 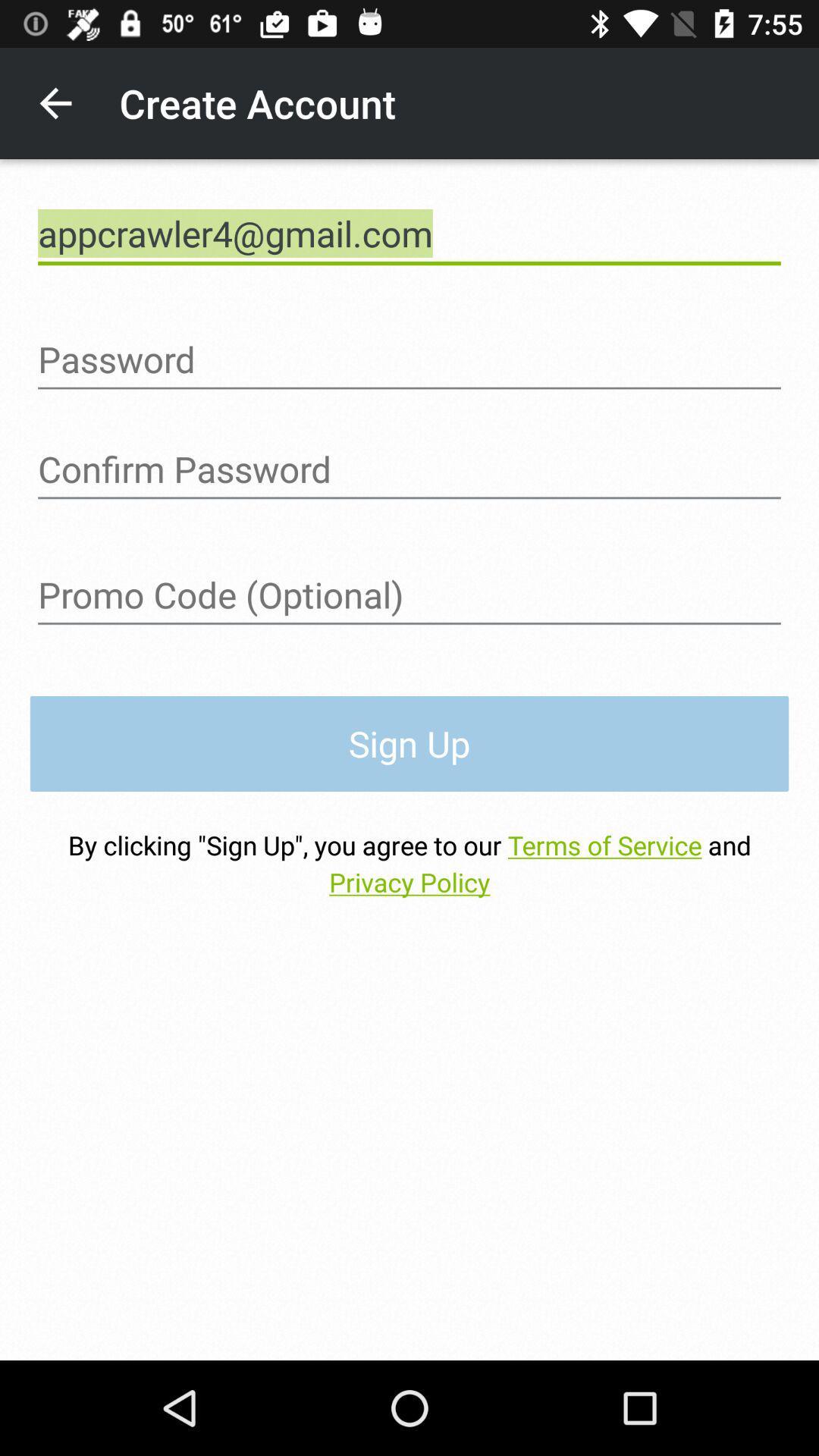 What do you see at coordinates (409, 595) in the screenshot?
I see `promo code optional` at bounding box center [409, 595].